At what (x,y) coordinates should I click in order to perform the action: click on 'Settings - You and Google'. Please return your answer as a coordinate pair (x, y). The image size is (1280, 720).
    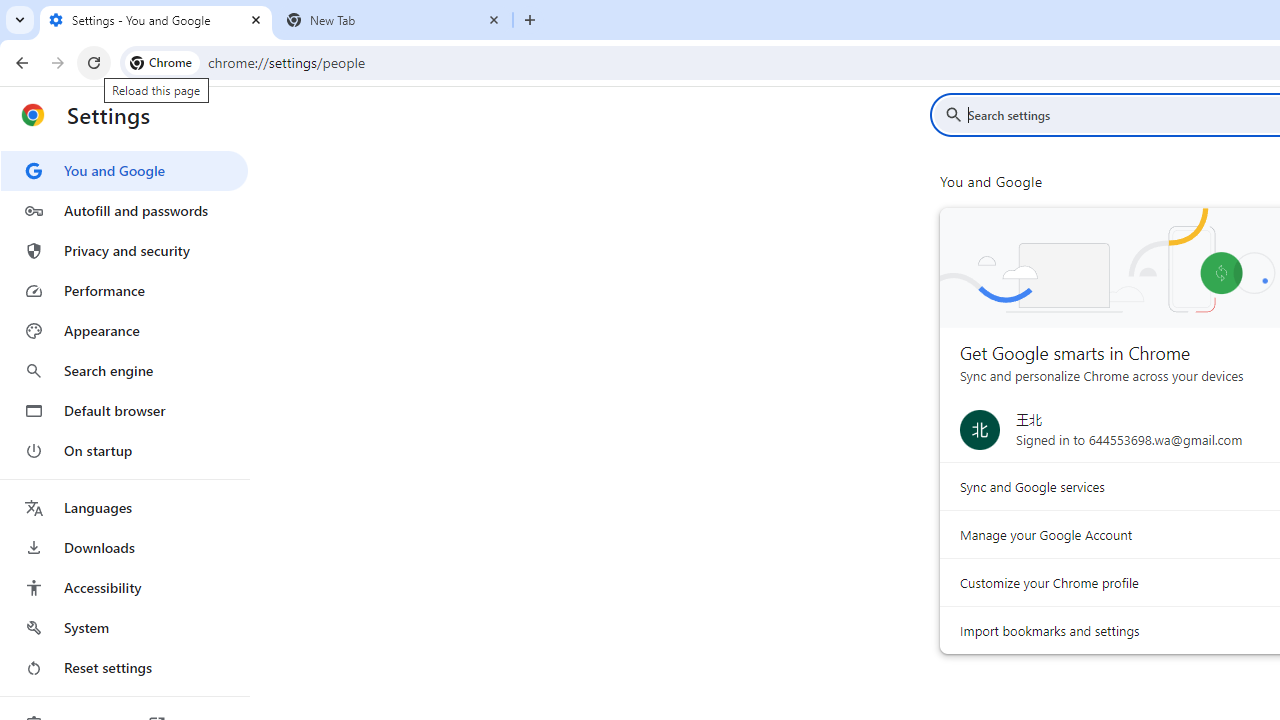
    Looking at the image, I should click on (155, 20).